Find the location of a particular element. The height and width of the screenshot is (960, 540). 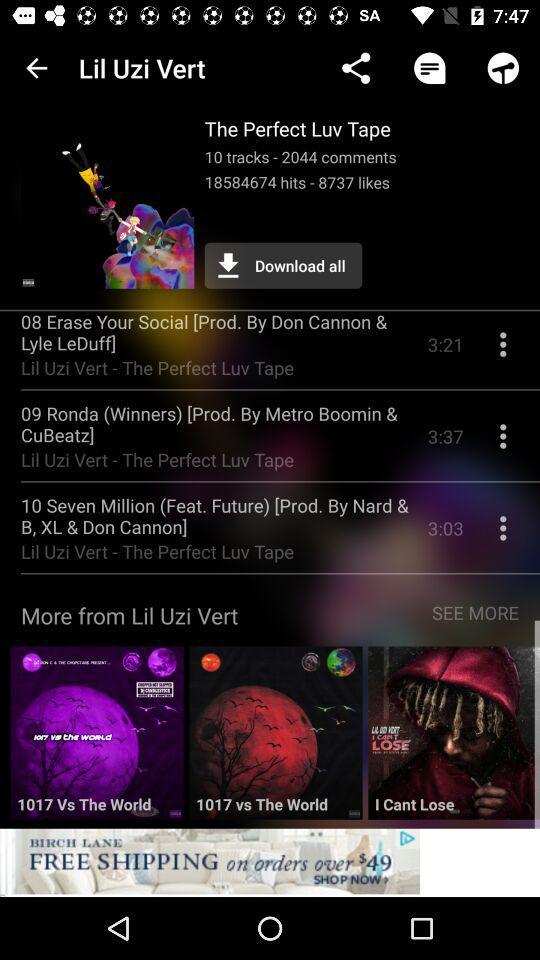

to choose highlighted music is located at coordinates (274, 739).